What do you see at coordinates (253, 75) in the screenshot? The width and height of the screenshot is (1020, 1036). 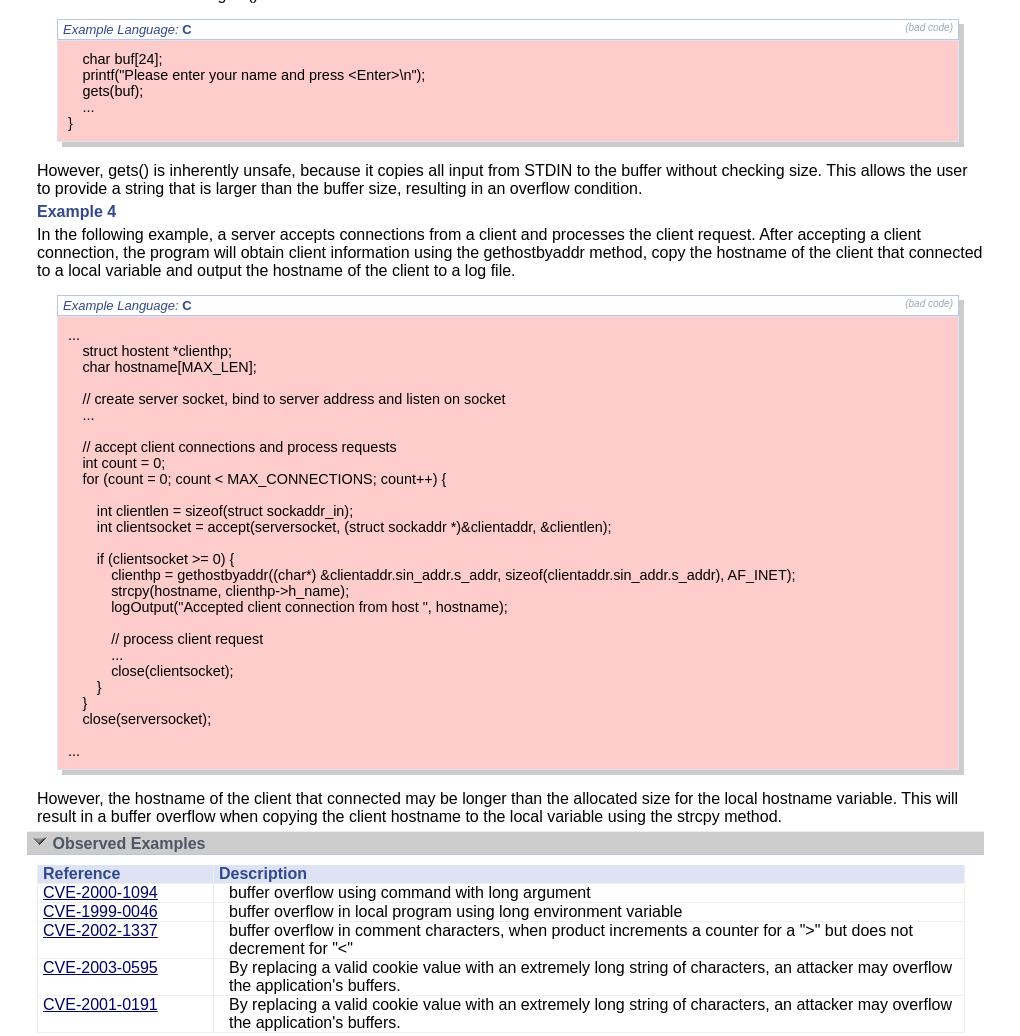 I see `'printf("Please enter your name and press <Enter>\n");'` at bounding box center [253, 75].